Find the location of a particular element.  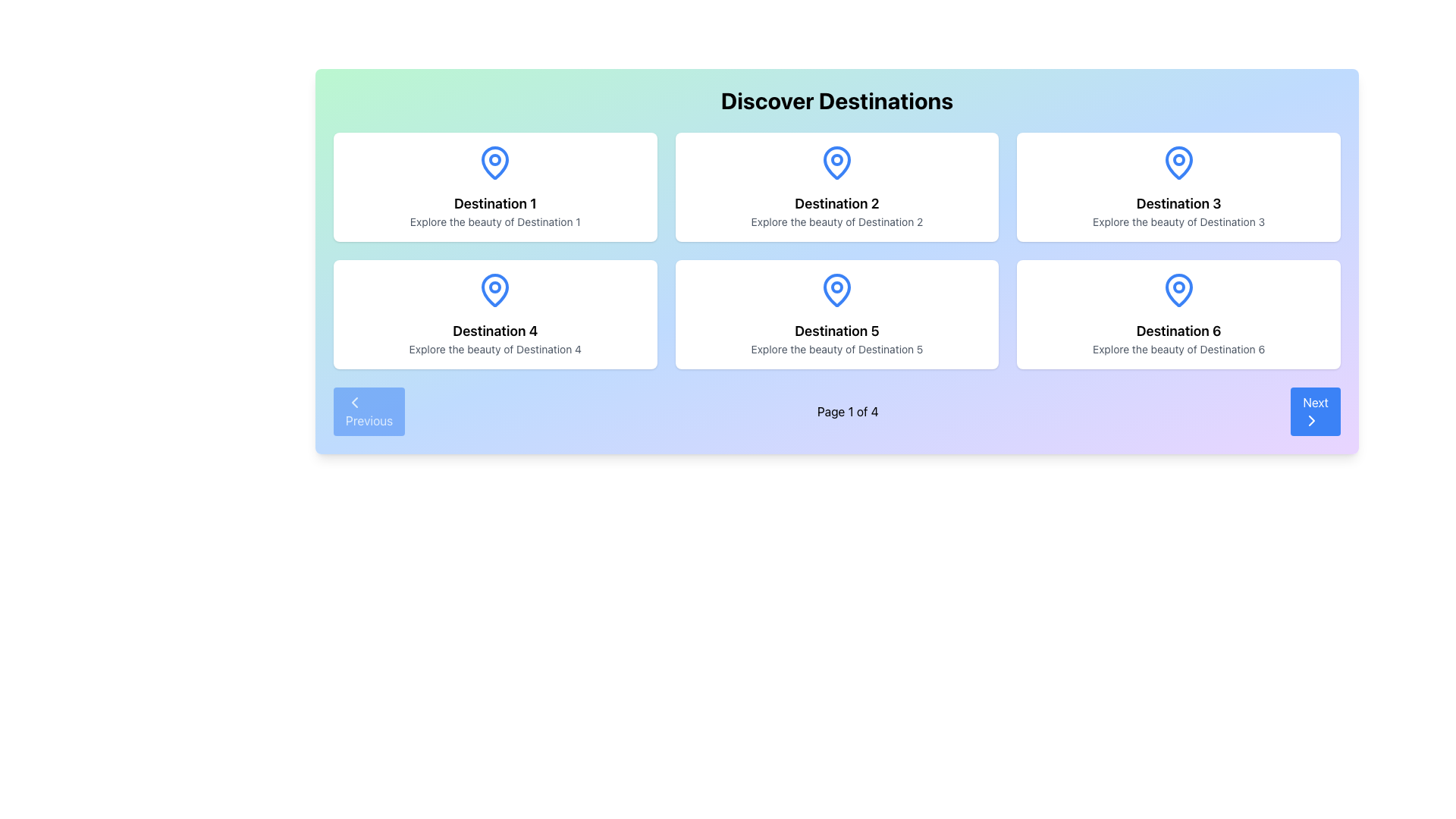

the bold text element reading 'Destination 6' which is centered within the bottom-right card of a 2x3 grid layout is located at coordinates (1178, 330).